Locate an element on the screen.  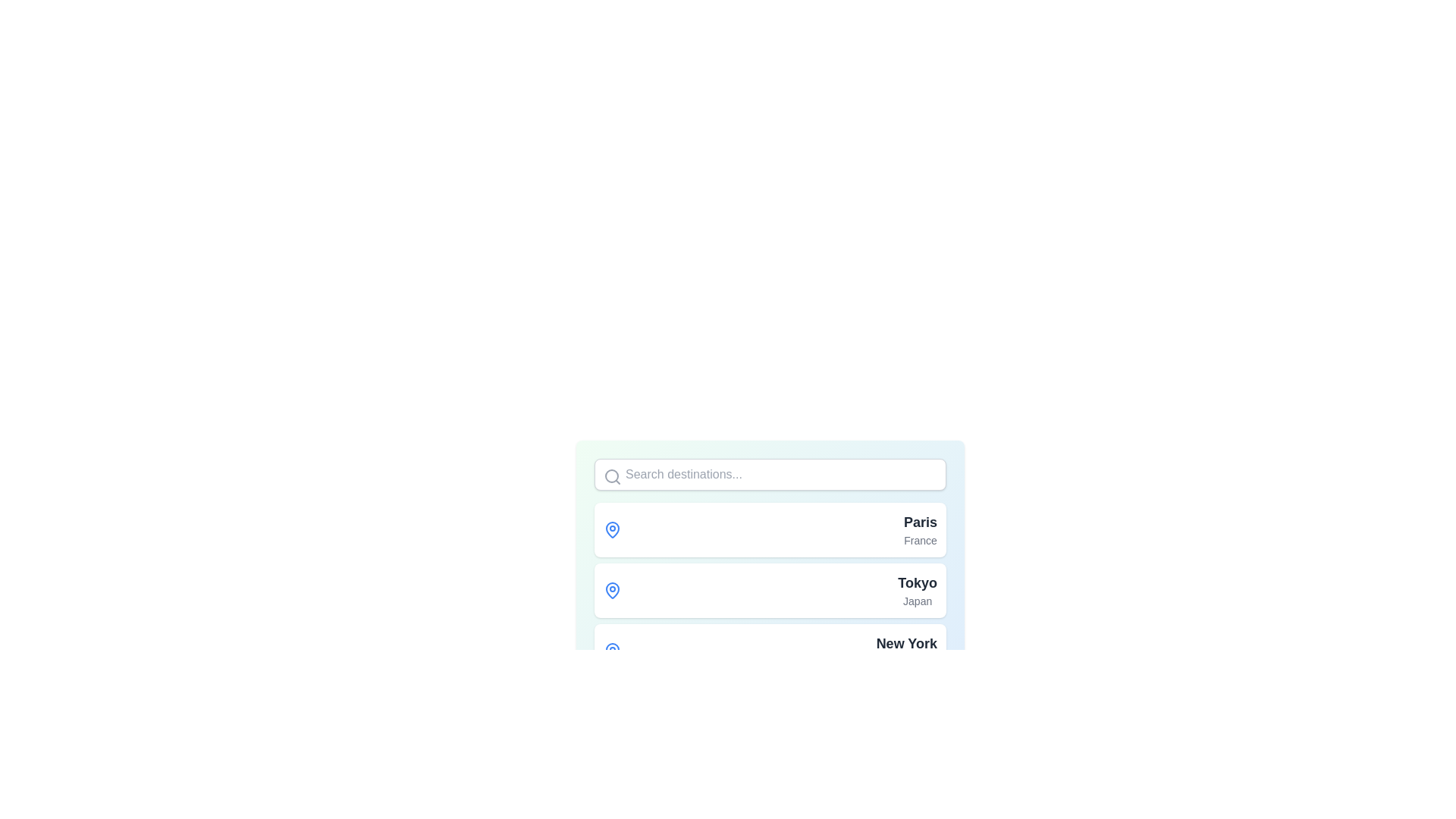
the bold, dark gray text label 'Tokyo' is located at coordinates (917, 582).